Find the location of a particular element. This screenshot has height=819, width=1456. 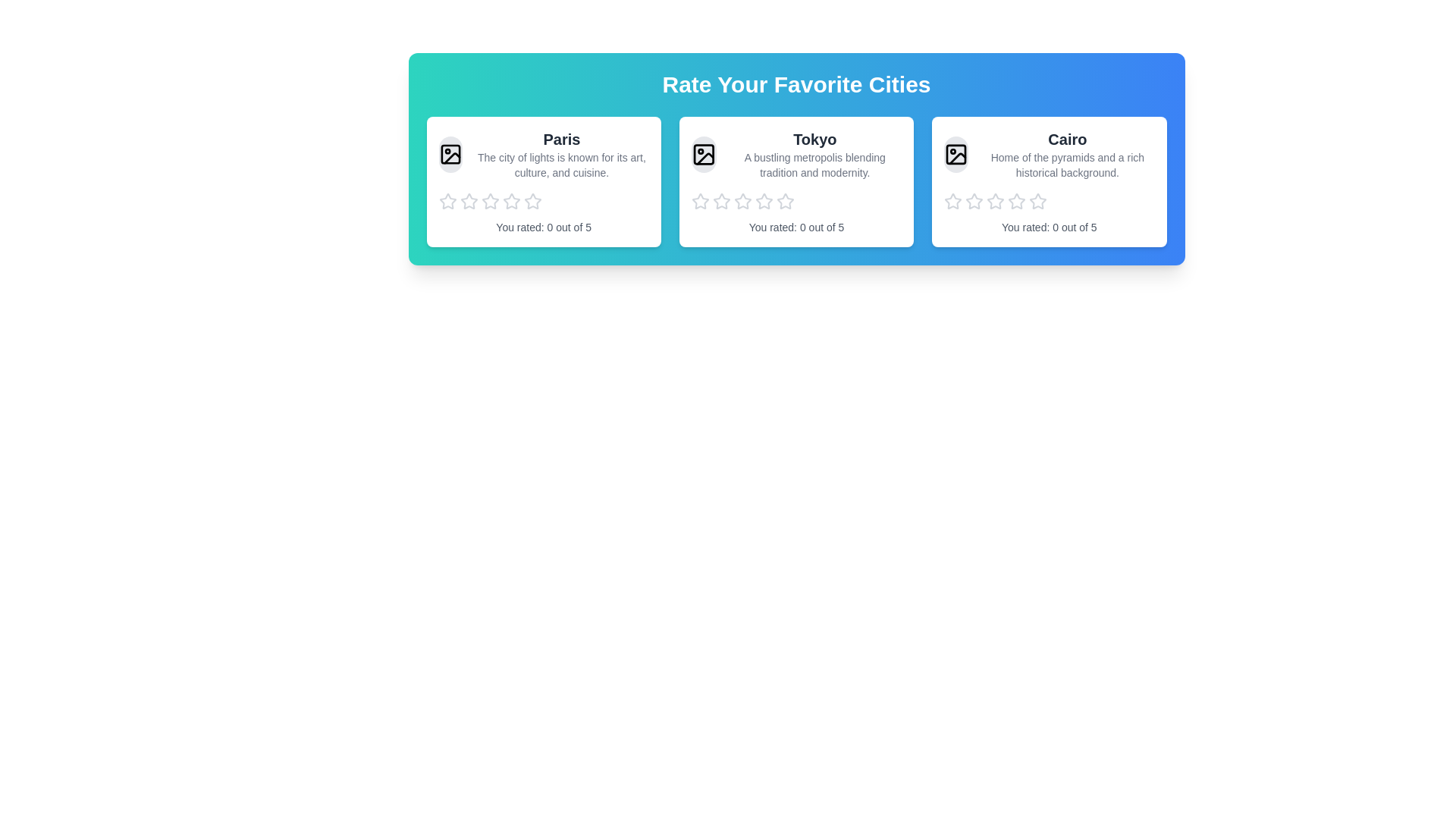

the third star icon in the rating system under the 'Cairo' card is located at coordinates (1017, 200).